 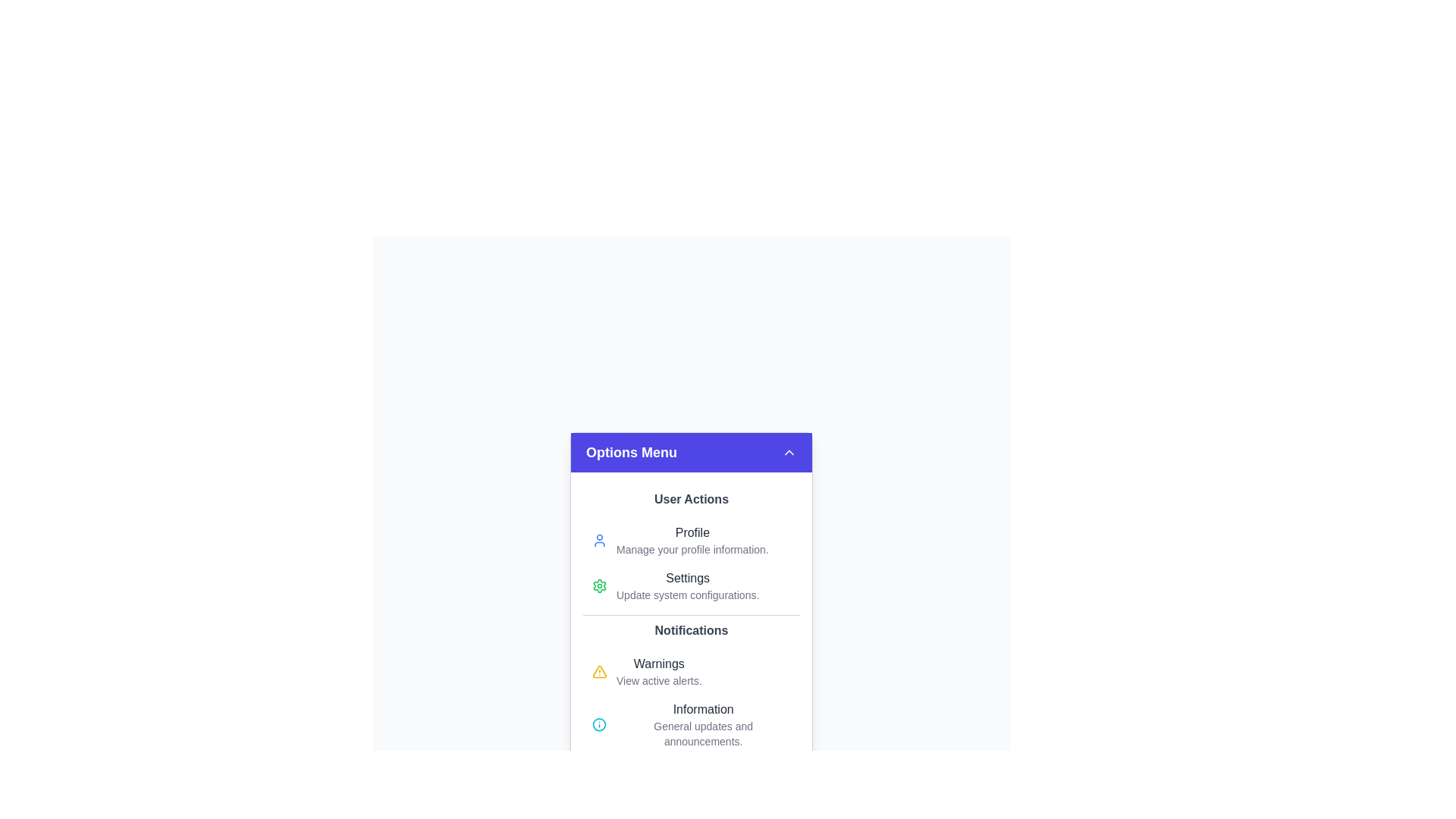 I want to click on supplementary text label 'Manage your profile information.' located directly beneath the 'Profile' label in the 'Options Menu' section under 'User Actions', so click(x=692, y=550).